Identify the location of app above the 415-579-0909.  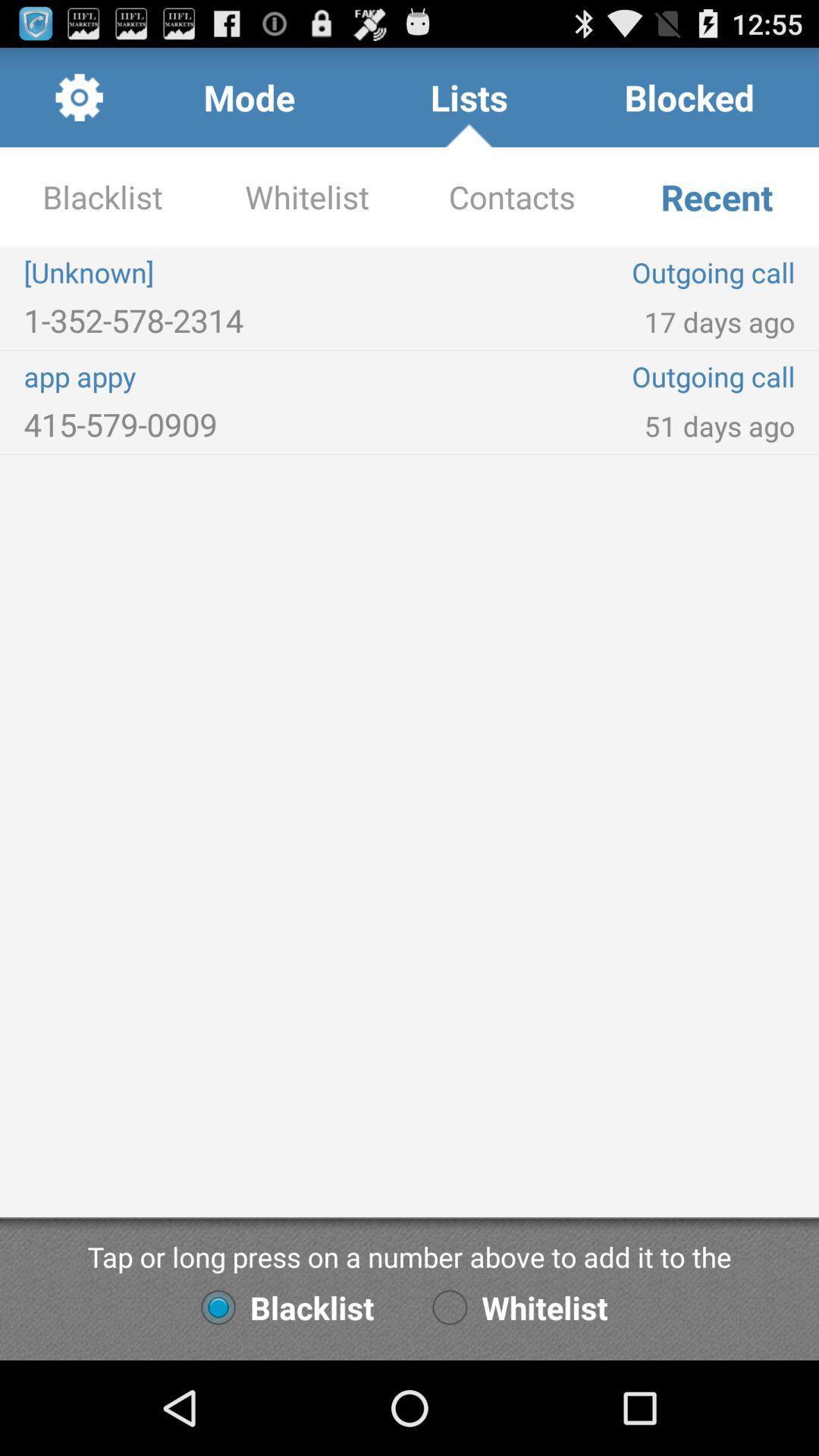
(216, 376).